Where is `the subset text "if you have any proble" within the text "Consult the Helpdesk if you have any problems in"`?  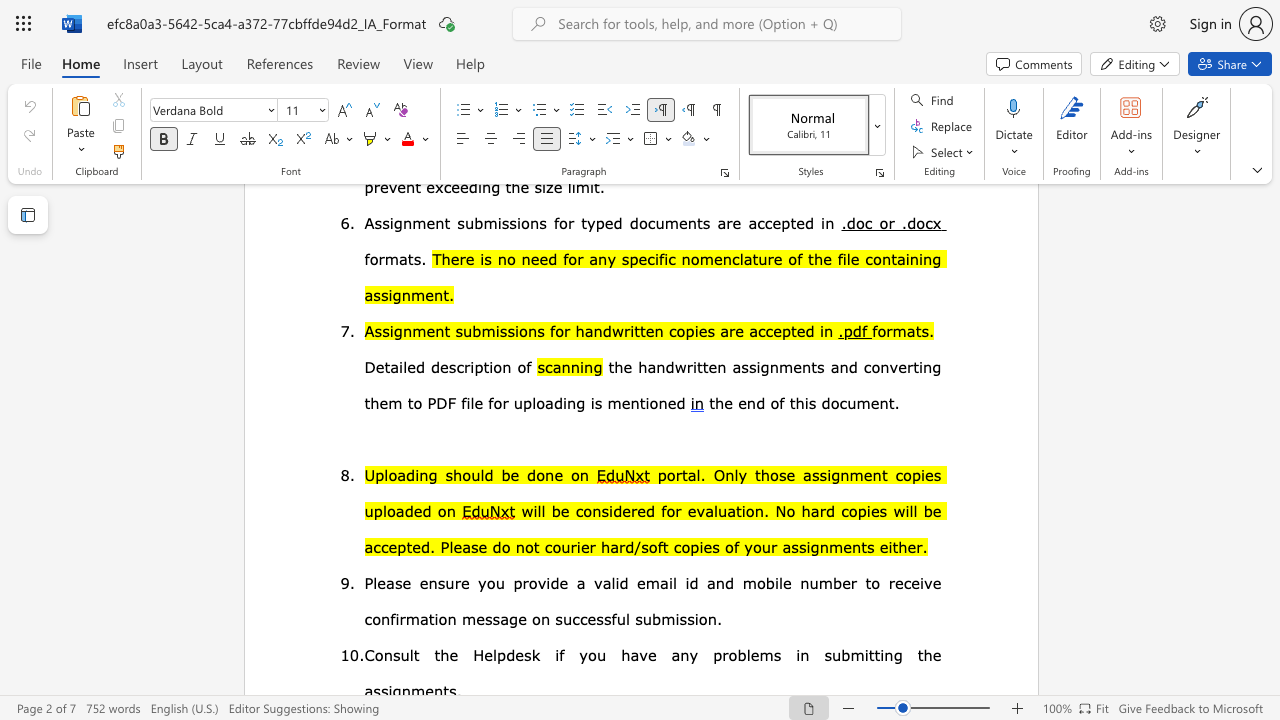
the subset text "if you have any proble" within the text "Consult the Helpdesk if you have any problems in" is located at coordinates (555, 654).